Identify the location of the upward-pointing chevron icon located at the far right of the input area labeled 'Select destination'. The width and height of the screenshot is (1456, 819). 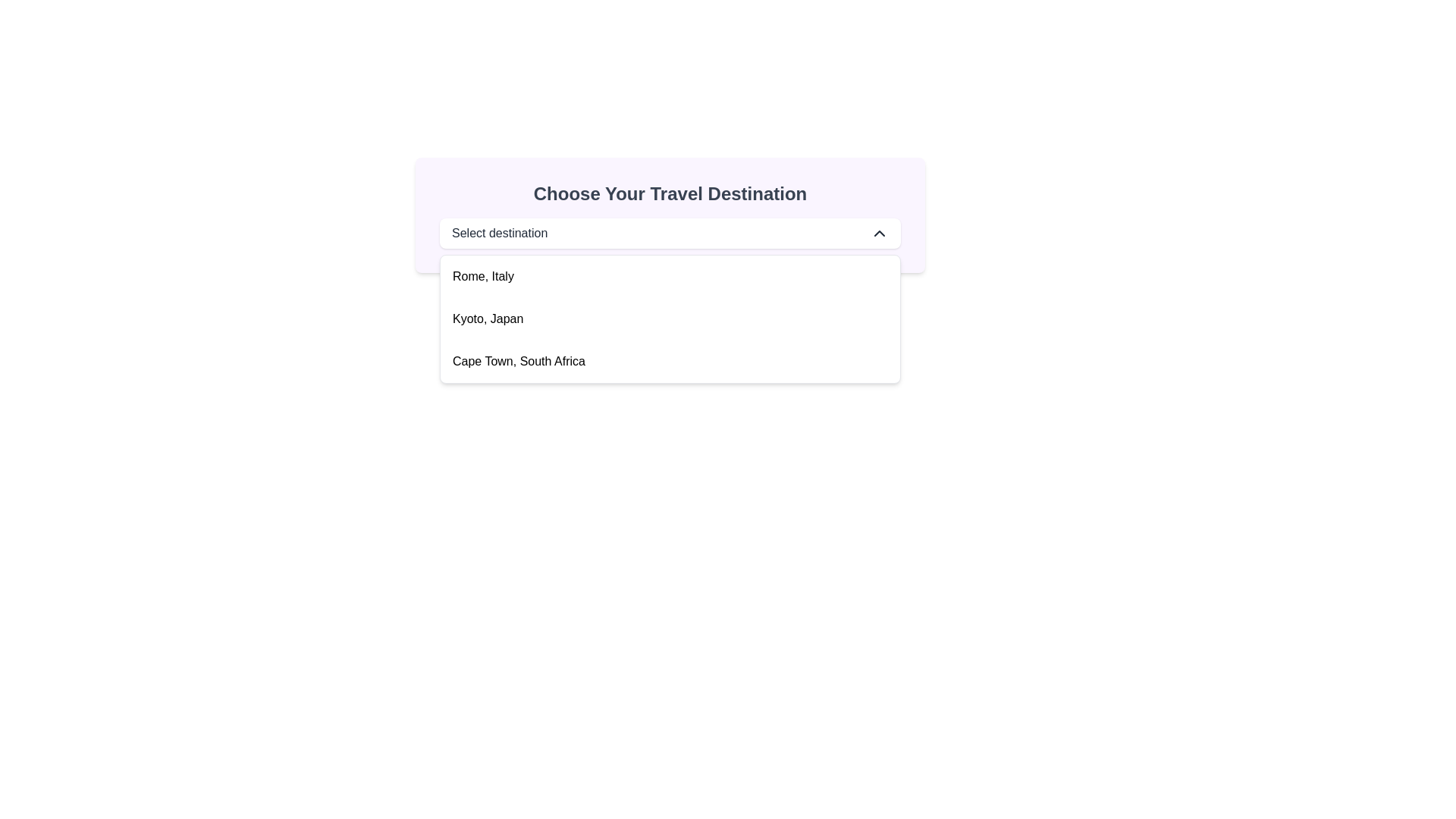
(880, 234).